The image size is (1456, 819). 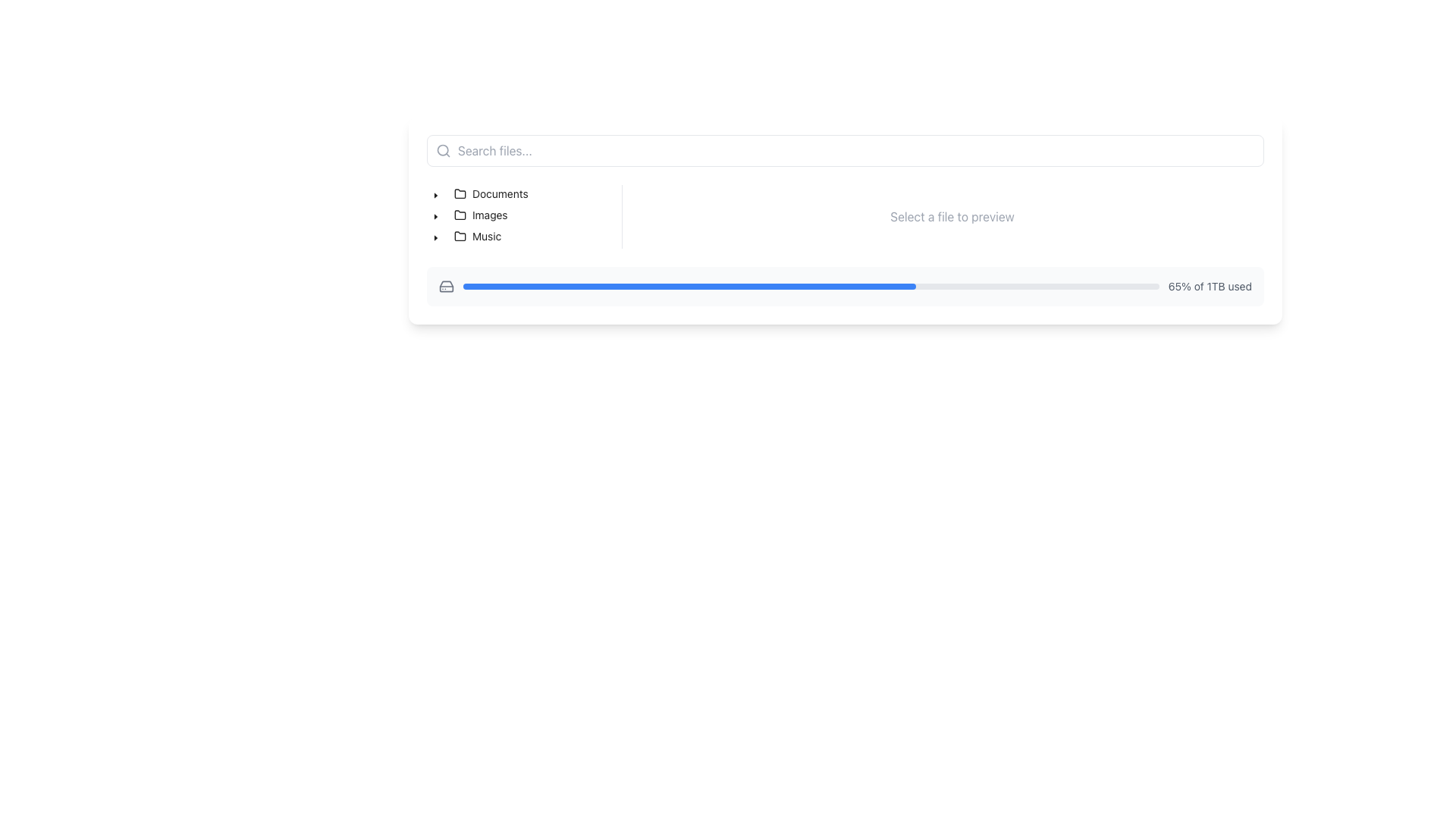 What do you see at coordinates (479, 193) in the screenshot?
I see `the 'Documents' tree item` at bounding box center [479, 193].